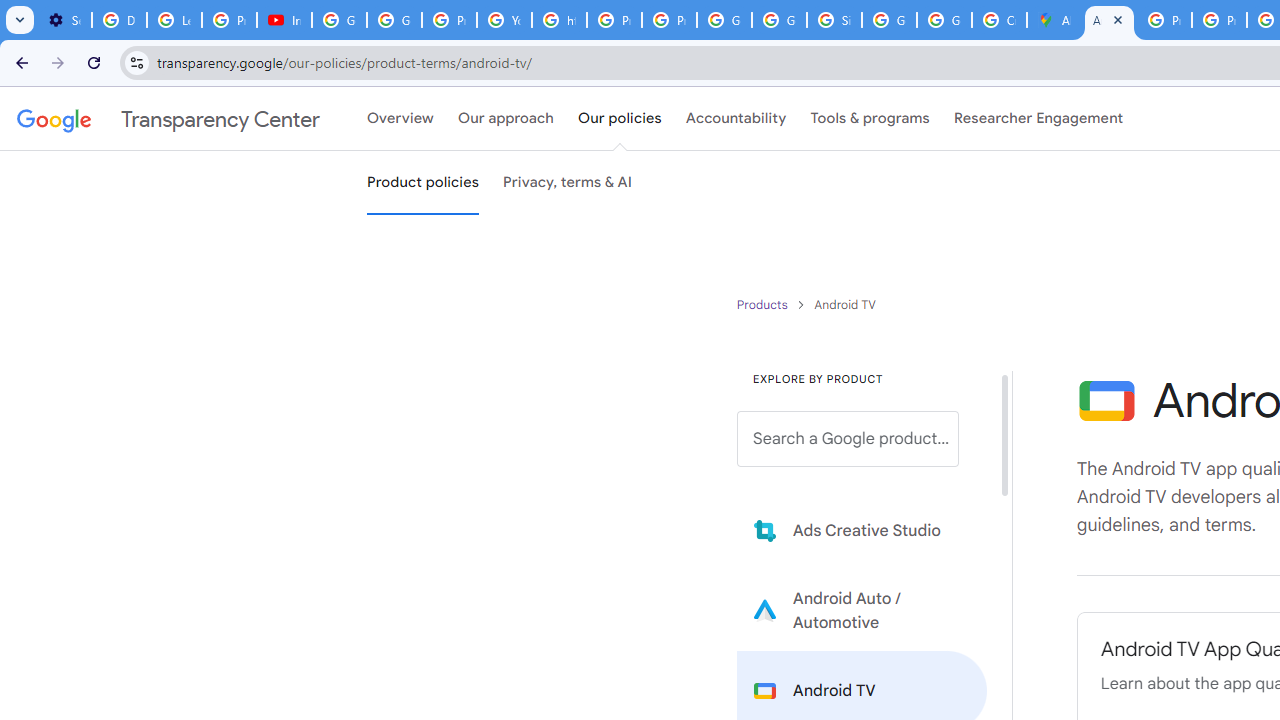  Describe the element at coordinates (1108, 20) in the screenshot. I see `'Android TV Policies and Guidelines - Transparency Center'` at that location.